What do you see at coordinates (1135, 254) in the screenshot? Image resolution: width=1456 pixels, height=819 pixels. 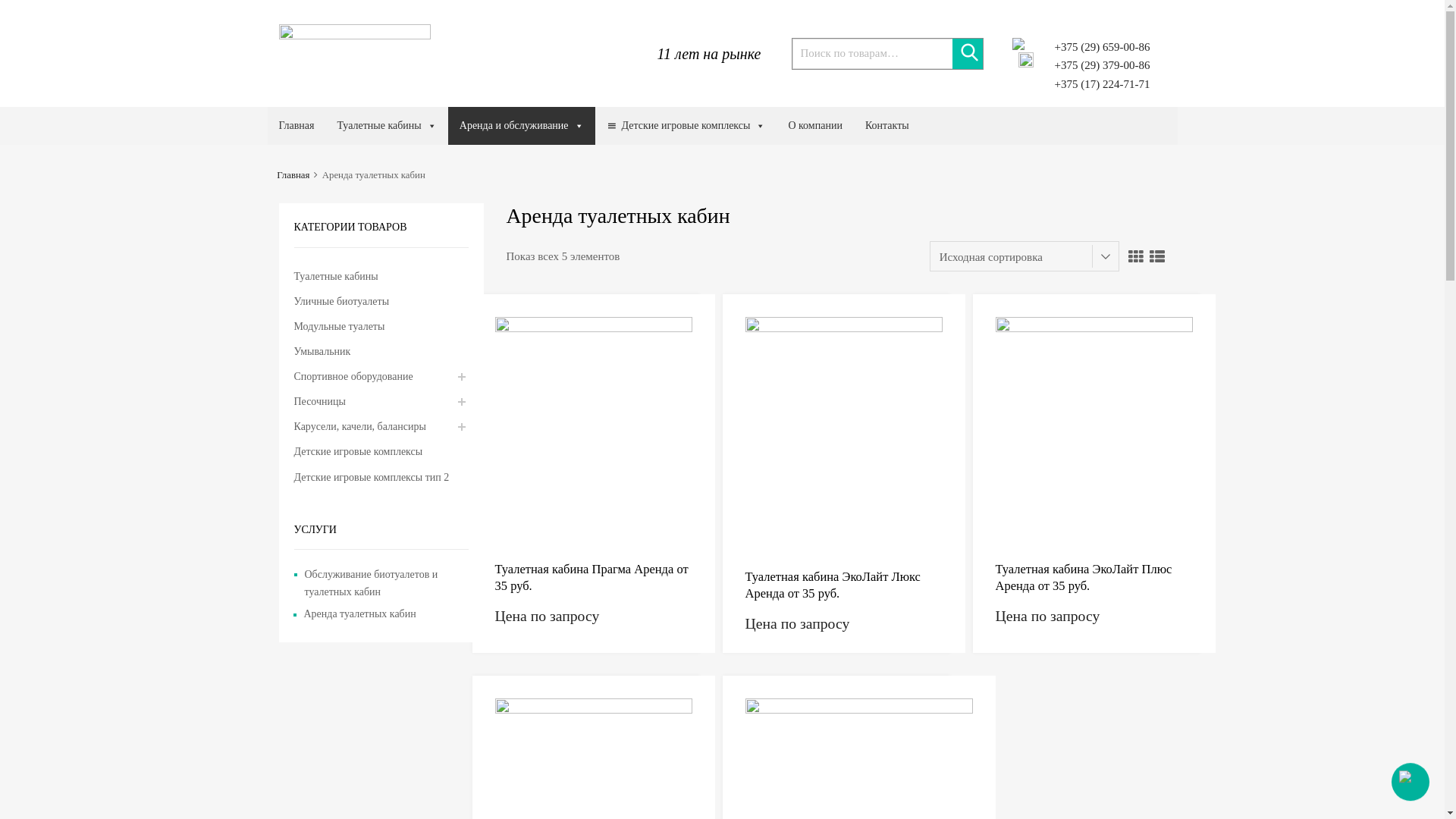 I see `'Grid View'` at bounding box center [1135, 254].